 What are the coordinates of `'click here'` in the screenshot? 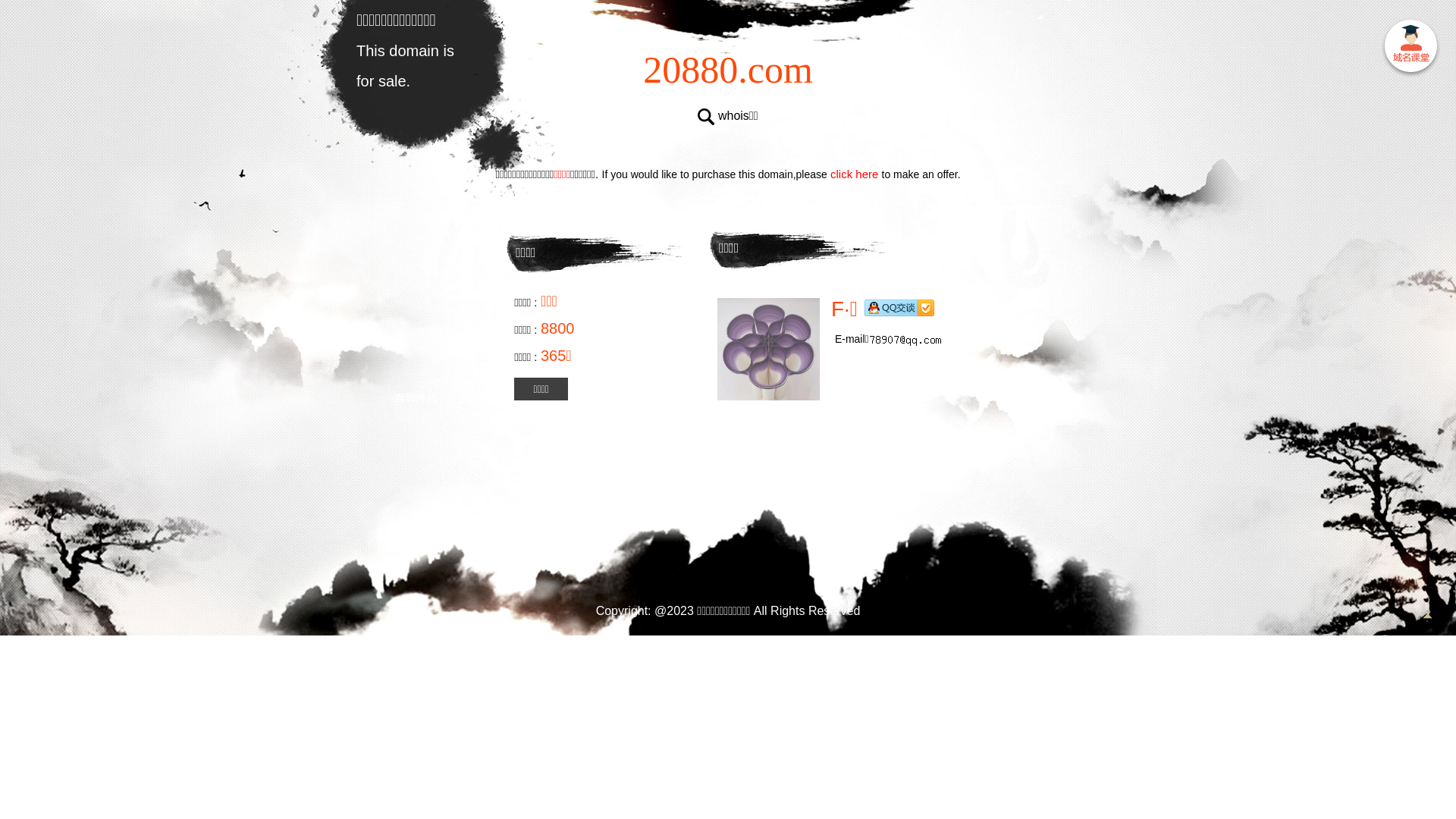 It's located at (855, 173).